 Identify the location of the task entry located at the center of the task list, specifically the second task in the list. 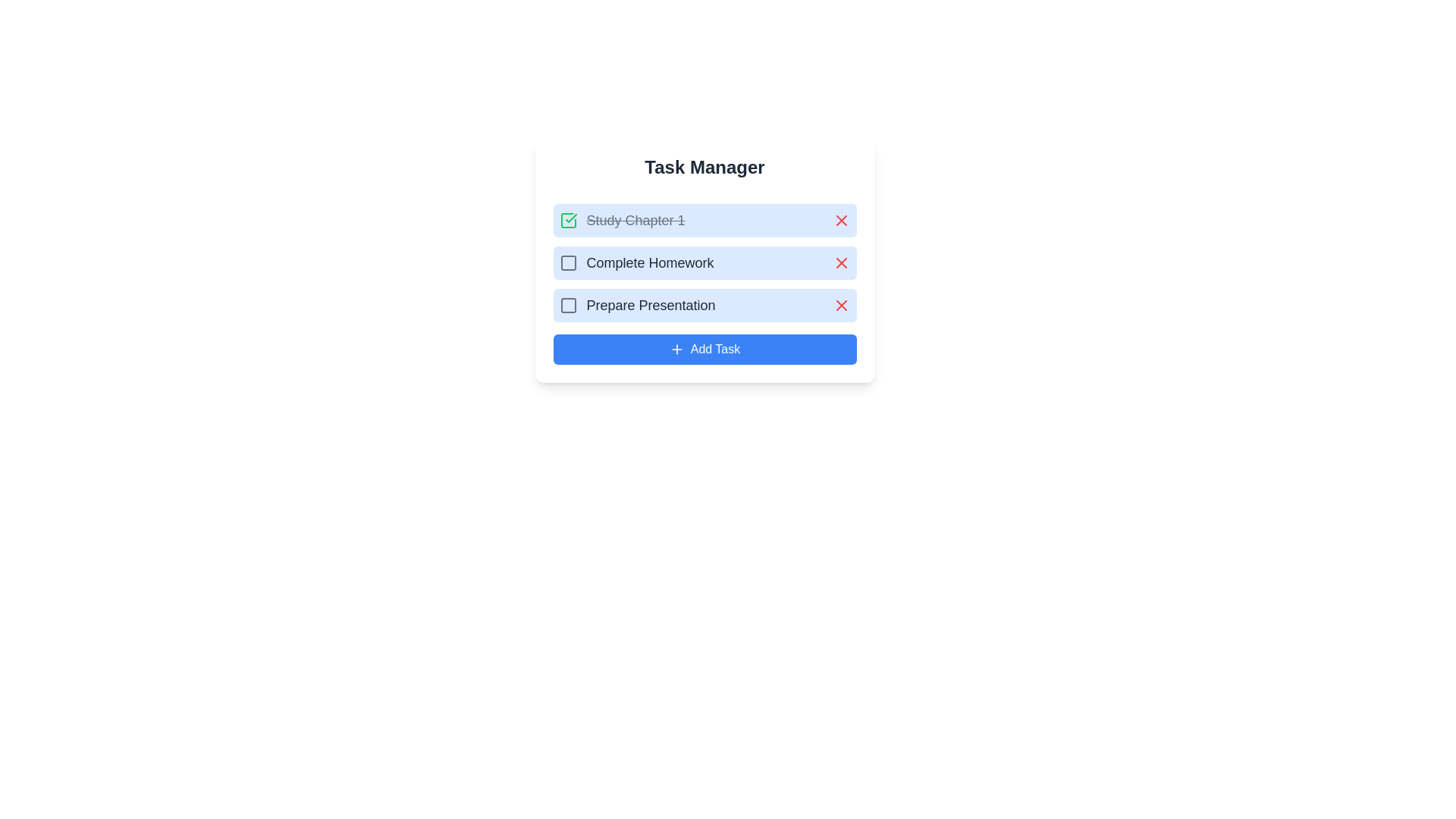
(704, 262).